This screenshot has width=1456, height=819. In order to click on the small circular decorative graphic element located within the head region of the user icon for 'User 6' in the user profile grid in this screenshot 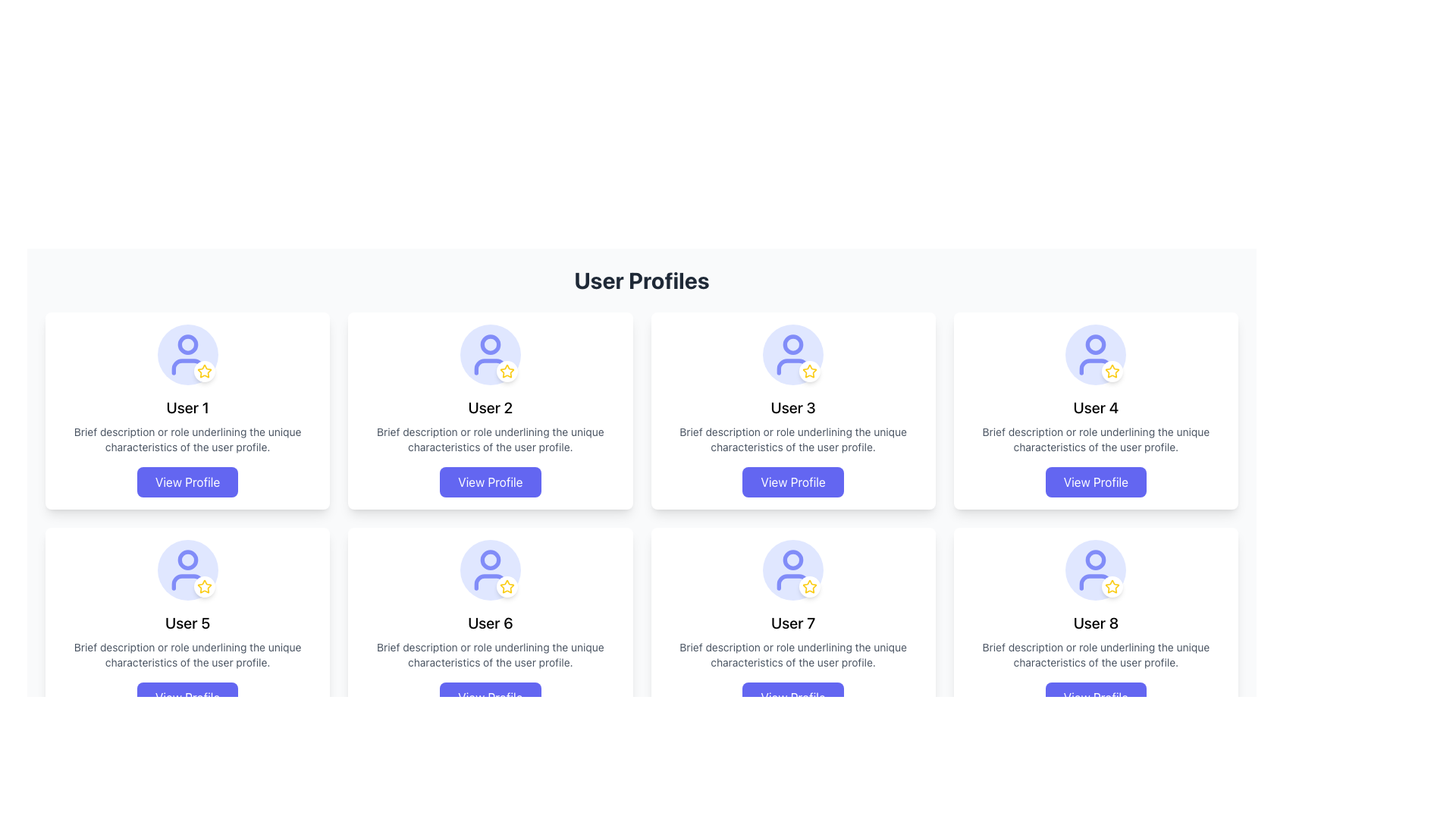, I will do `click(490, 560)`.